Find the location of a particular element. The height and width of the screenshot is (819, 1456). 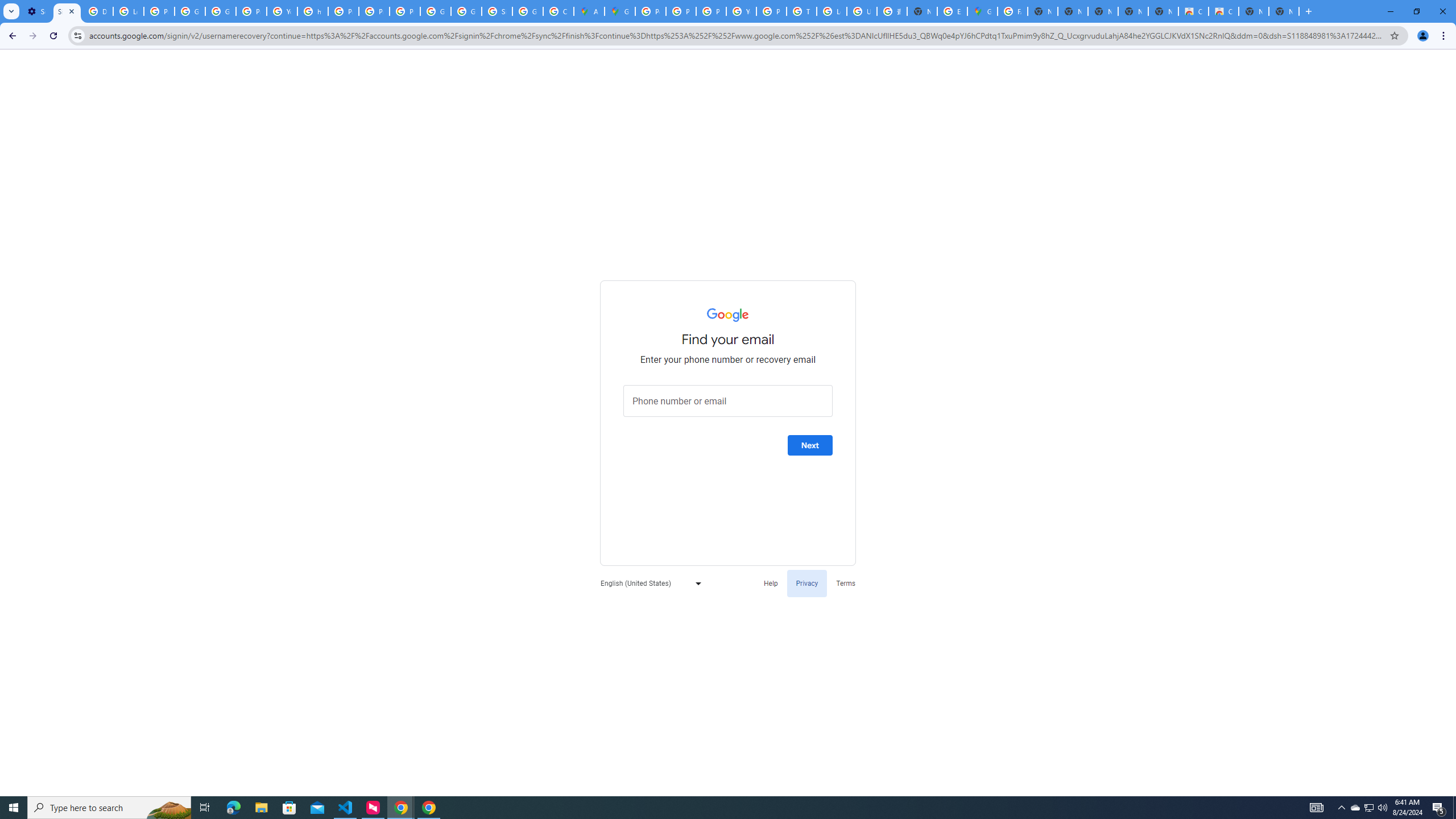

'Settings - On startup' is located at coordinates (36, 11).